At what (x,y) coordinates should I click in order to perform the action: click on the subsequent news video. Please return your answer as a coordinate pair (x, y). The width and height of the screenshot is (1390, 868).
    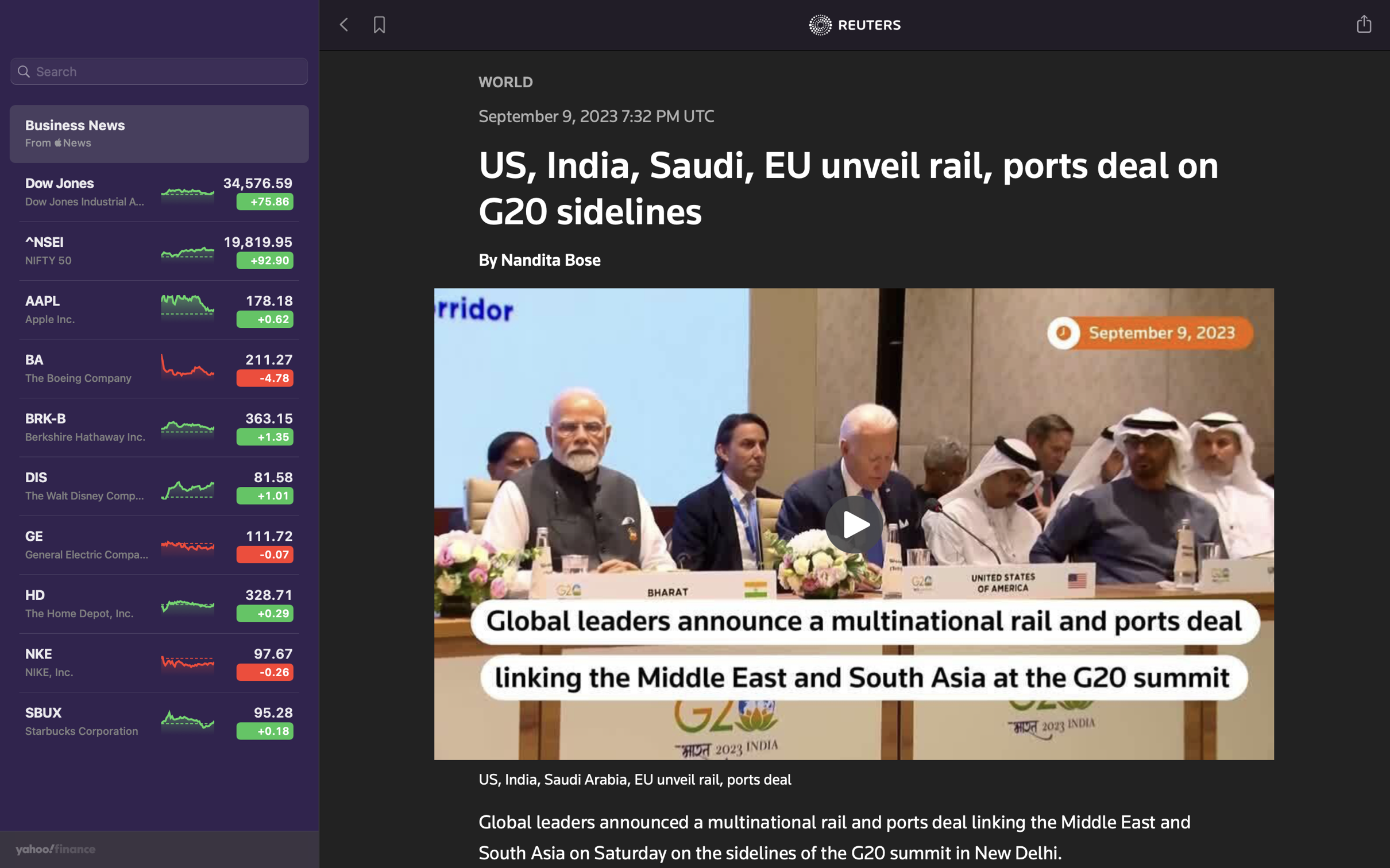
    Looking at the image, I should click on (855, 522).